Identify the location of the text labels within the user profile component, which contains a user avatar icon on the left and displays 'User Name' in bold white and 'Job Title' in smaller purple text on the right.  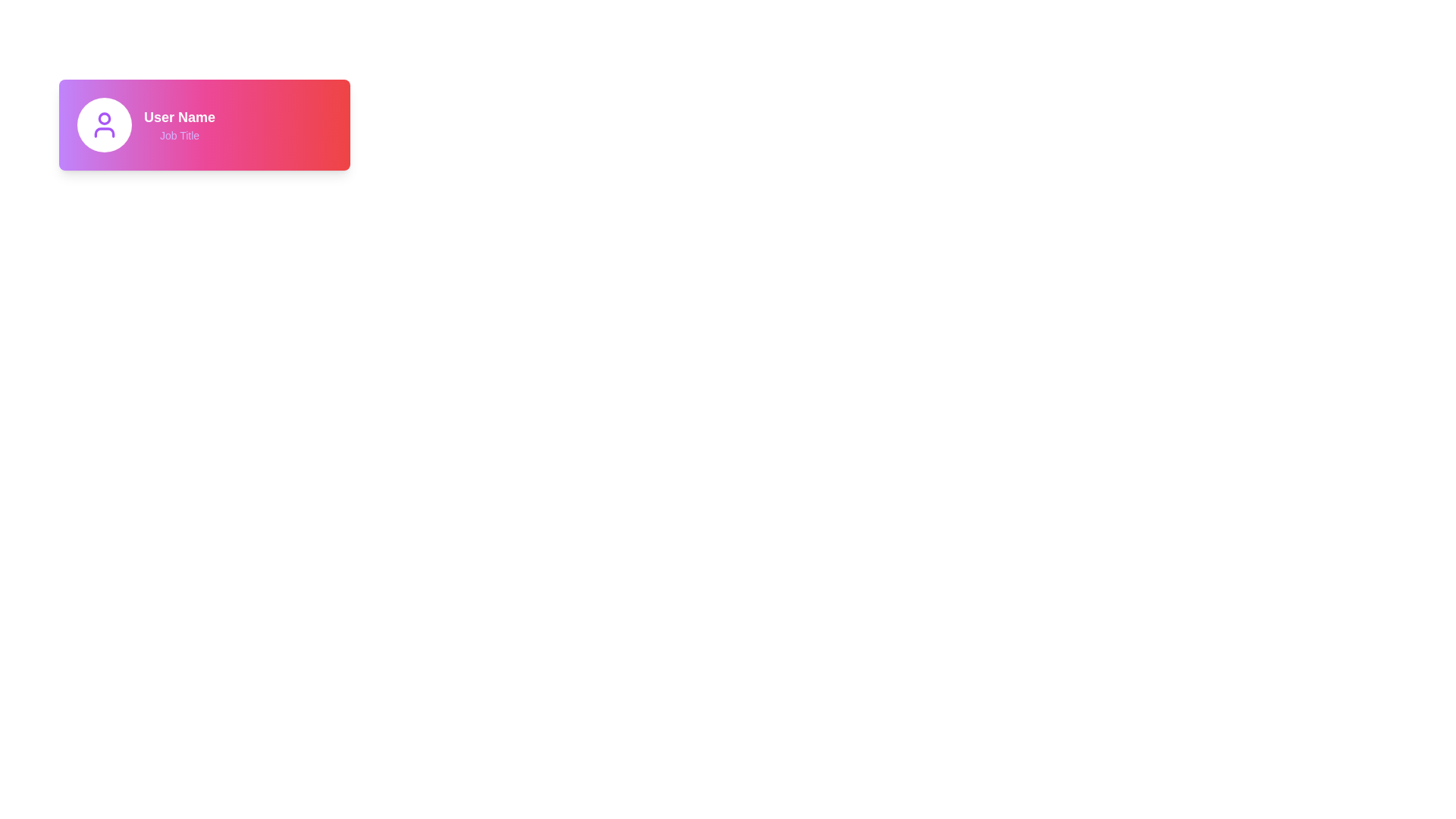
(203, 124).